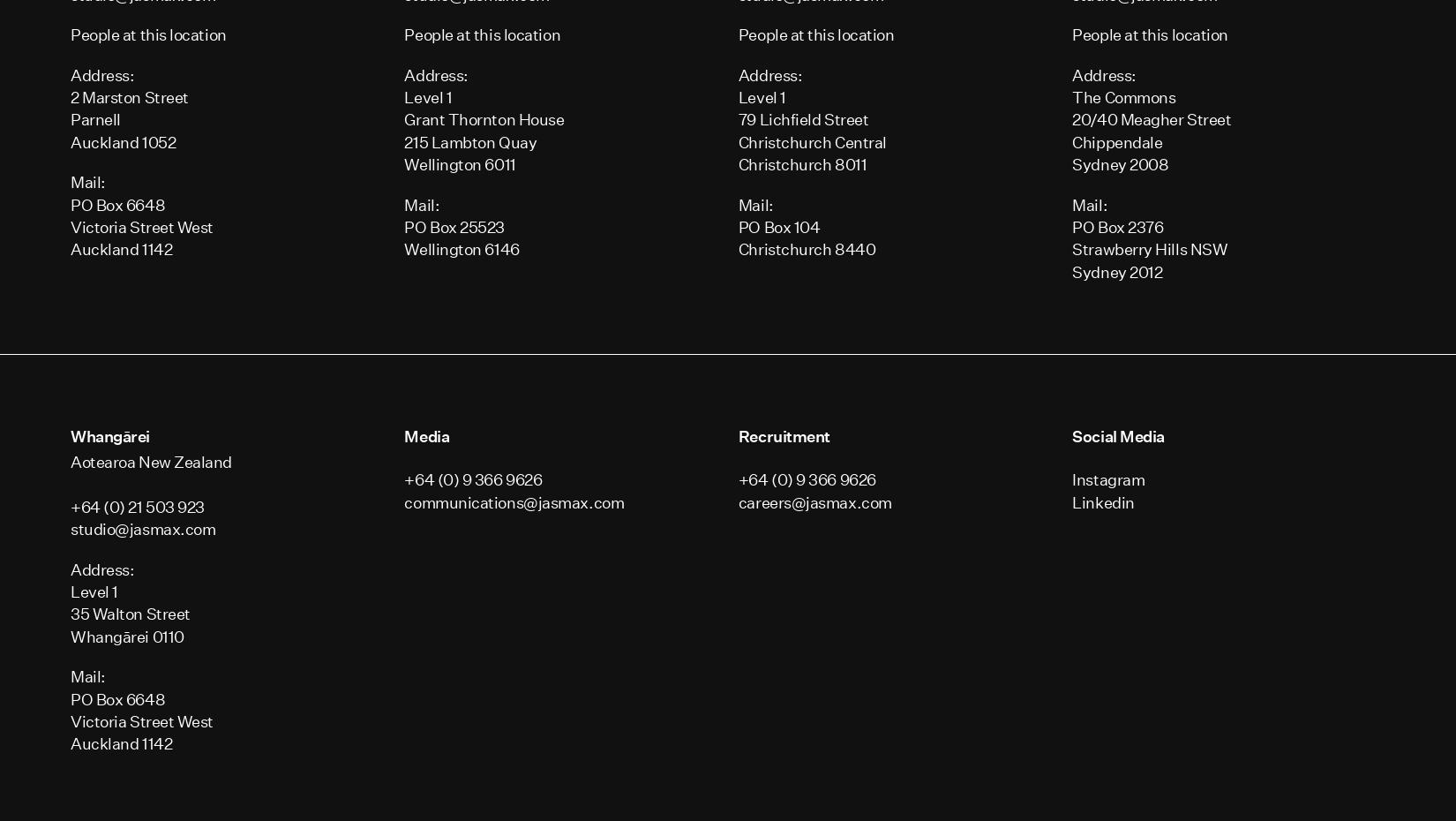  I want to click on 'careers@jasmax.com', so click(814, 501).